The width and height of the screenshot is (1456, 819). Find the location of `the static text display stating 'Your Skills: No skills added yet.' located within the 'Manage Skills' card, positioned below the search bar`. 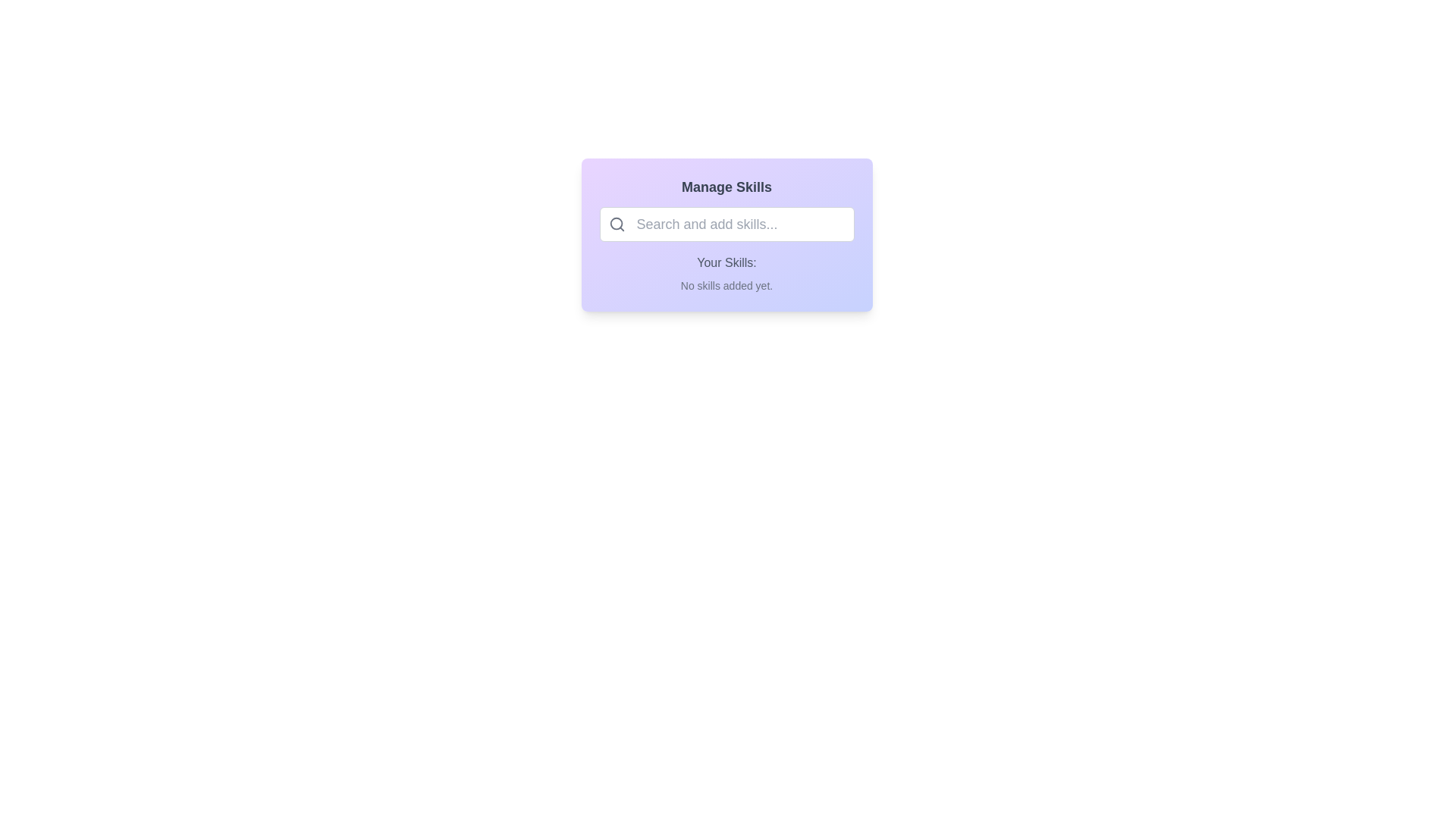

the static text display stating 'Your Skills: No skills added yet.' located within the 'Manage Skills' card, positioned below the search bar is located at coordinates (726, 274).